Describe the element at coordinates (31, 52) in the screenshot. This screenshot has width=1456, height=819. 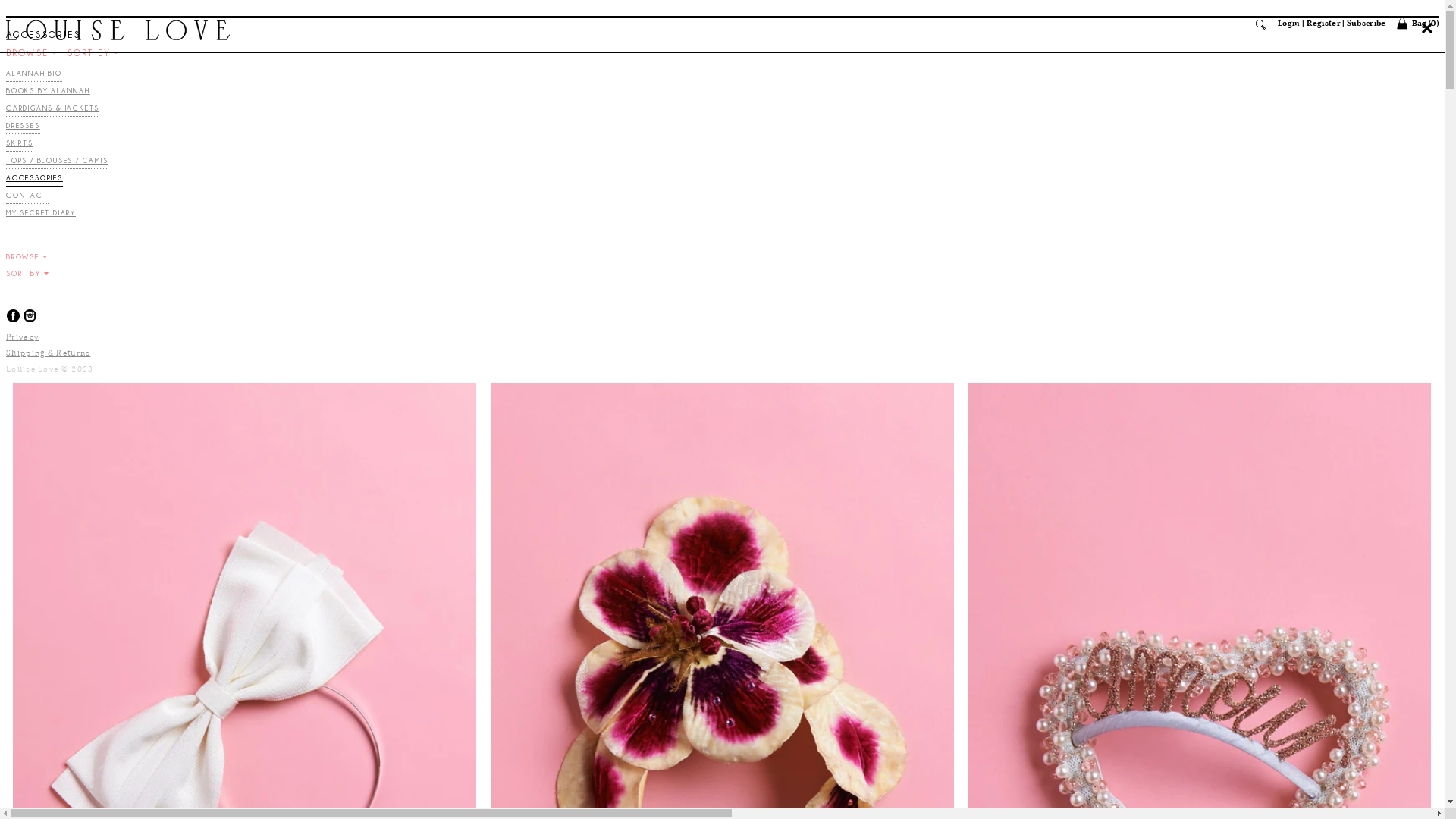
I see `'BROWSE'` at that location.